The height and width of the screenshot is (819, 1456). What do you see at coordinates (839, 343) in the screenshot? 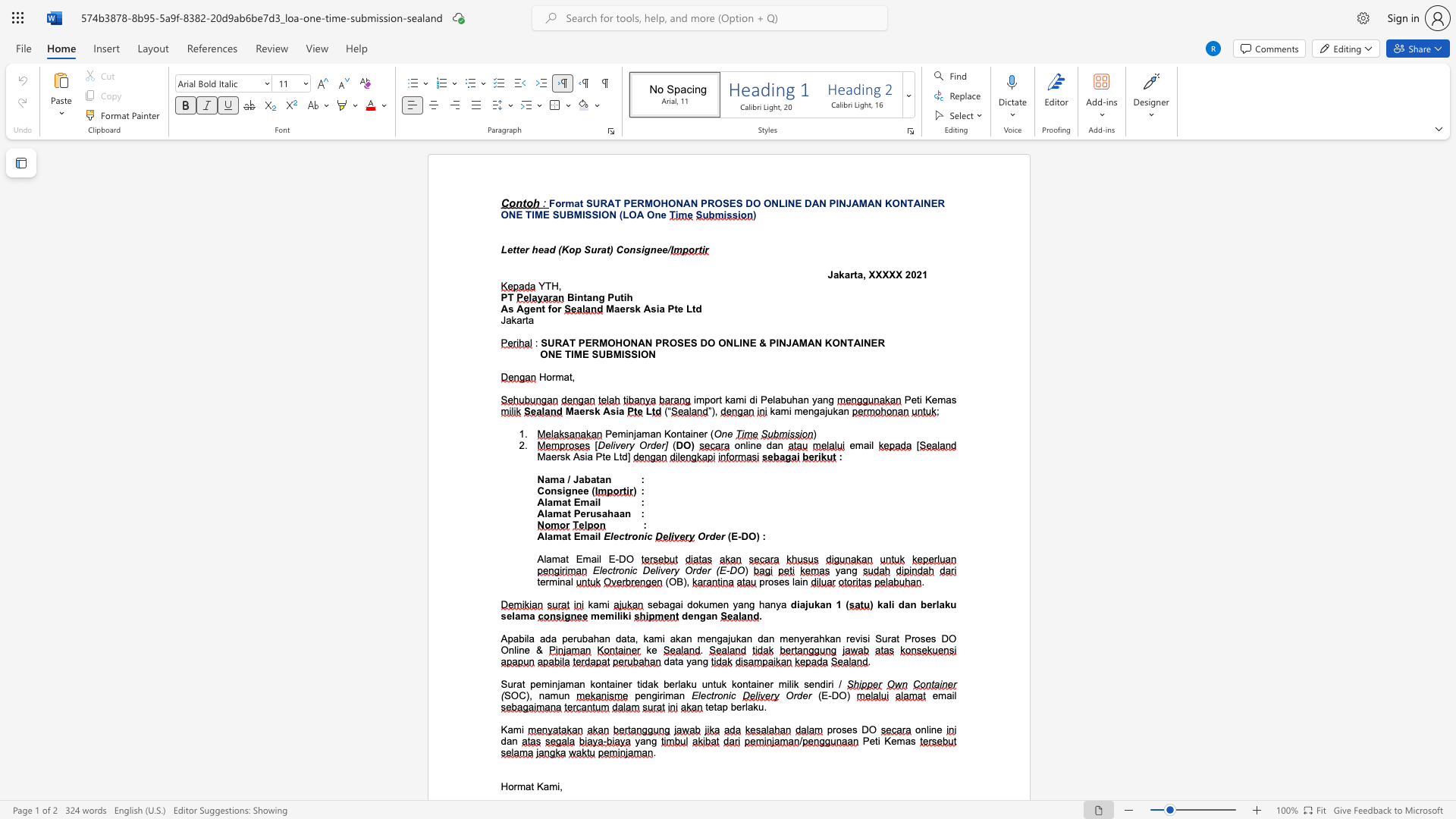
I see `the subset text "NTAI" within the text "SURAT PERMOHONAN PROSES DO ONLINE & PINJAMAN KONTAINER"` at bounding box center [839, 343].